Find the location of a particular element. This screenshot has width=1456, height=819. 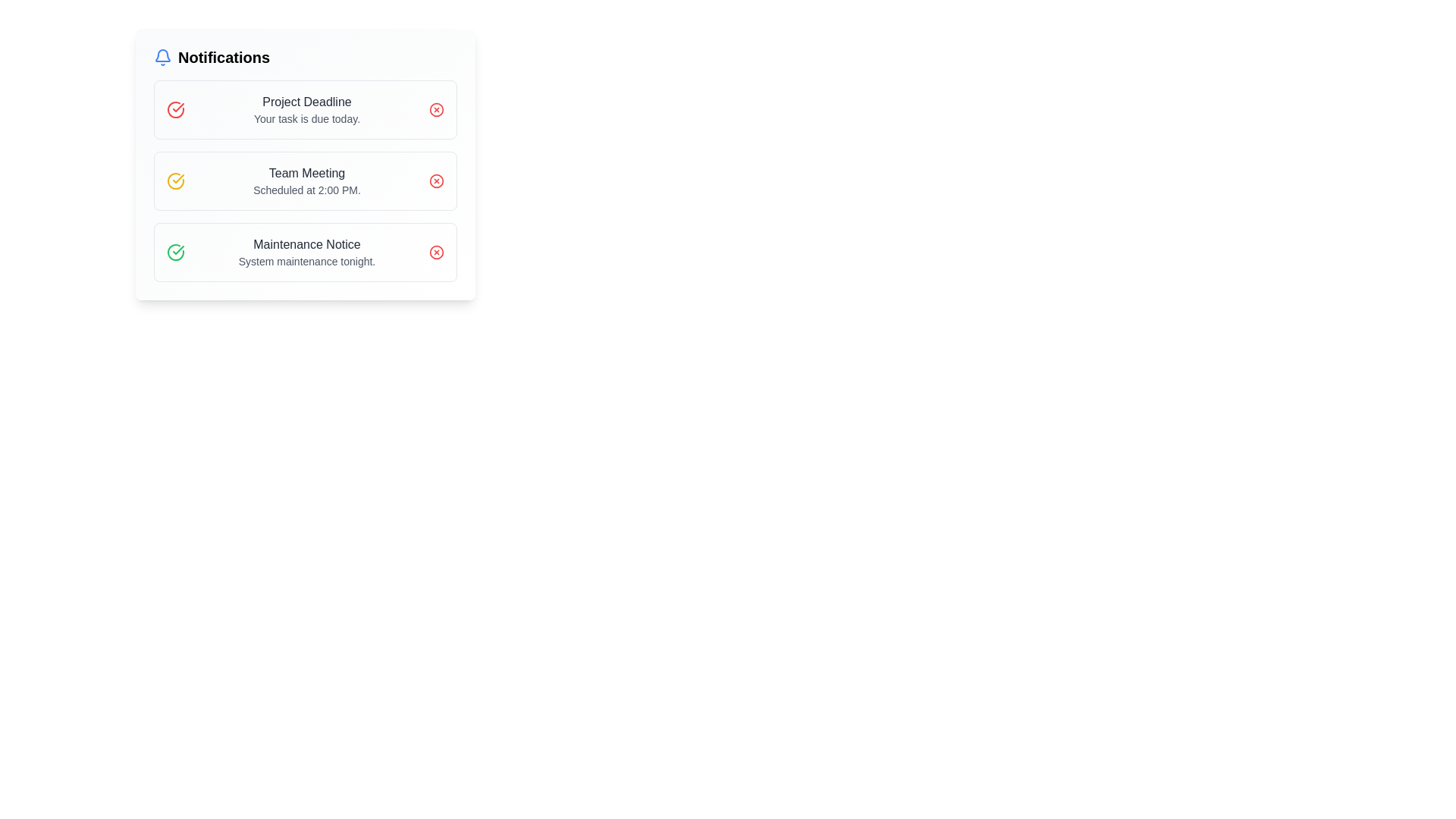

the 'Maintenance Notice' text element, which is the third notification in the list, displaying a bold title and a smaller description about system maintenance is located at coordinates (306, 251).